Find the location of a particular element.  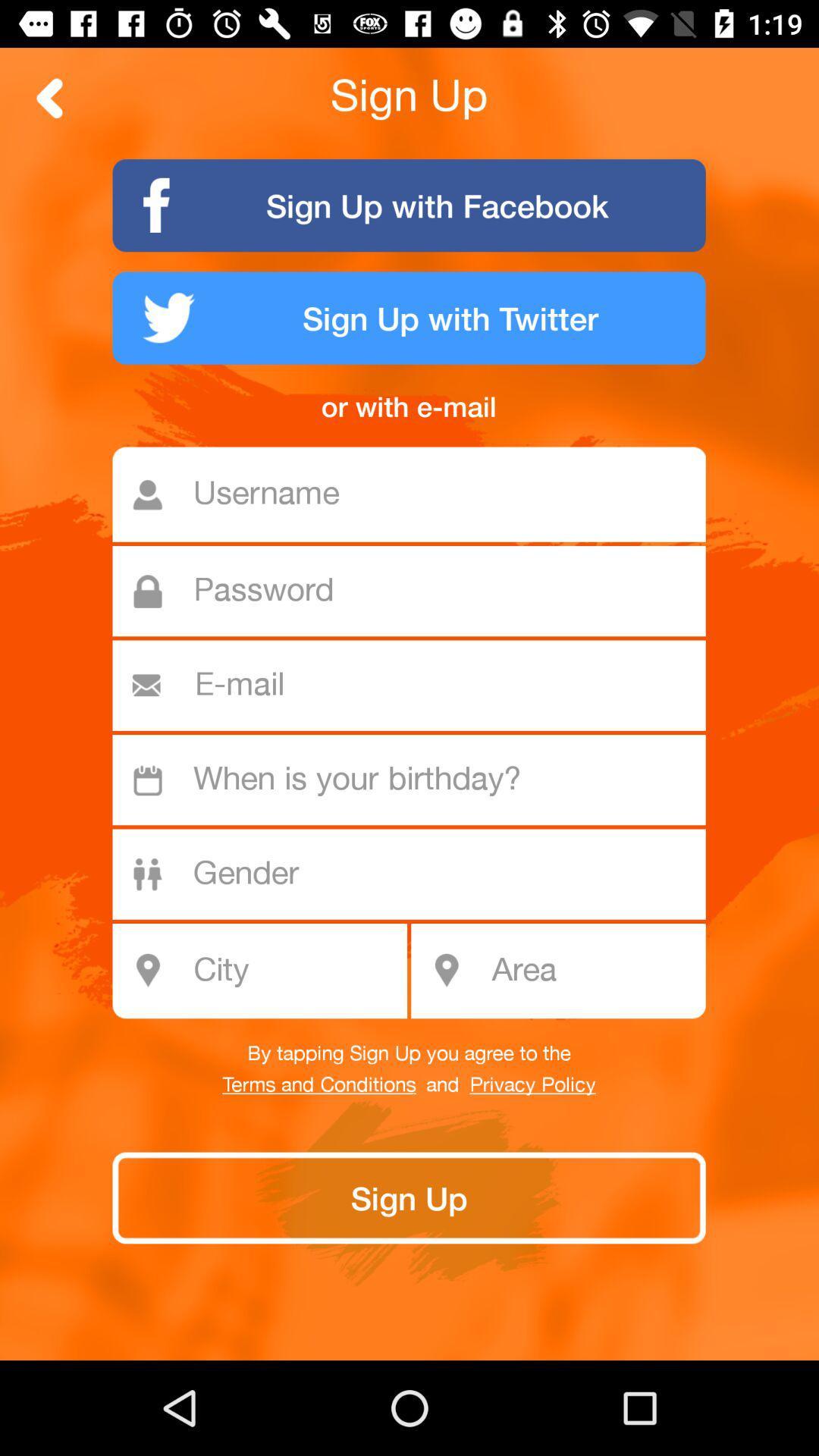

go back is located at coordinates (49, 97).